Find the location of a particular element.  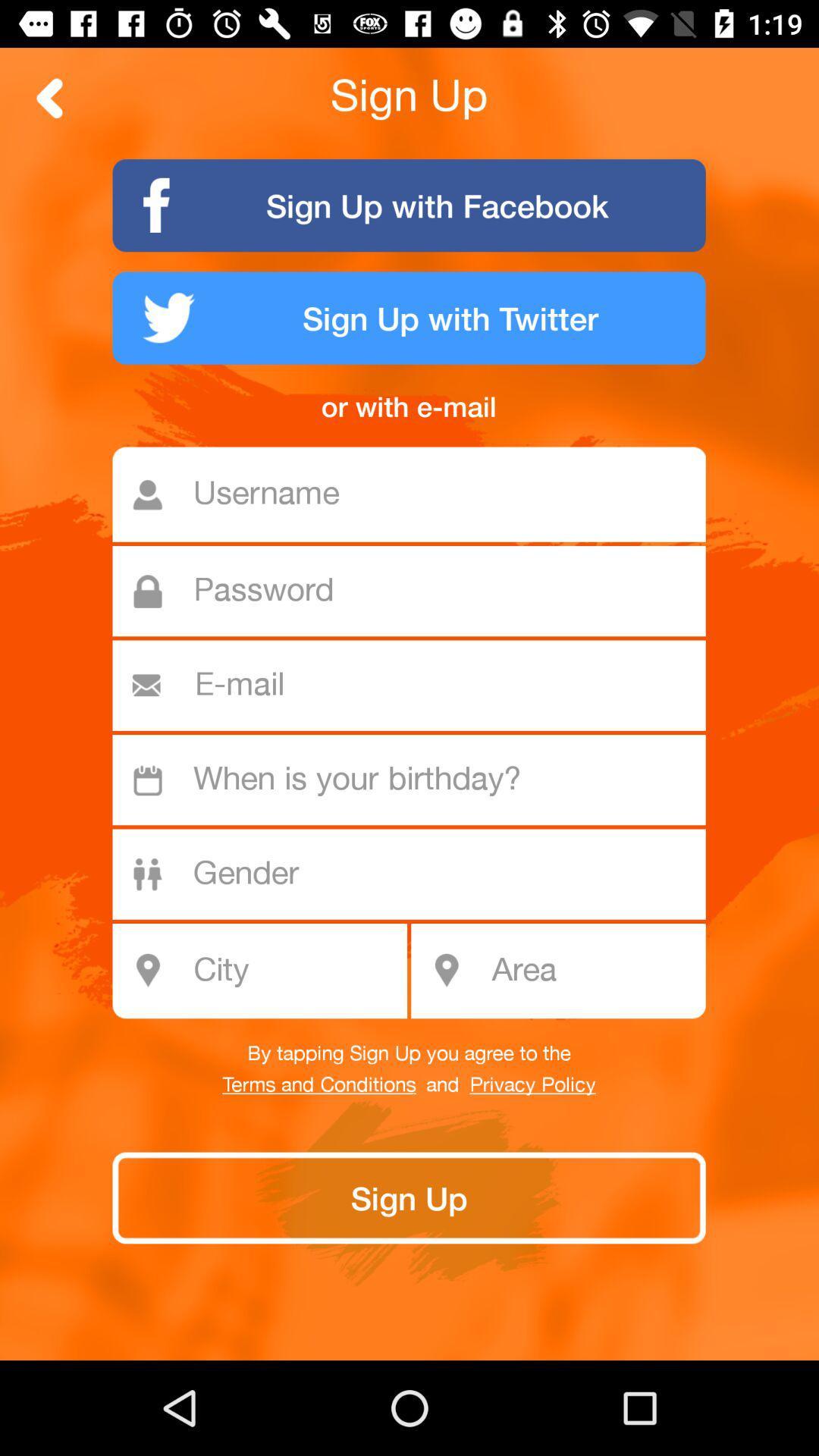

go back is located at coordinates (49, 97).